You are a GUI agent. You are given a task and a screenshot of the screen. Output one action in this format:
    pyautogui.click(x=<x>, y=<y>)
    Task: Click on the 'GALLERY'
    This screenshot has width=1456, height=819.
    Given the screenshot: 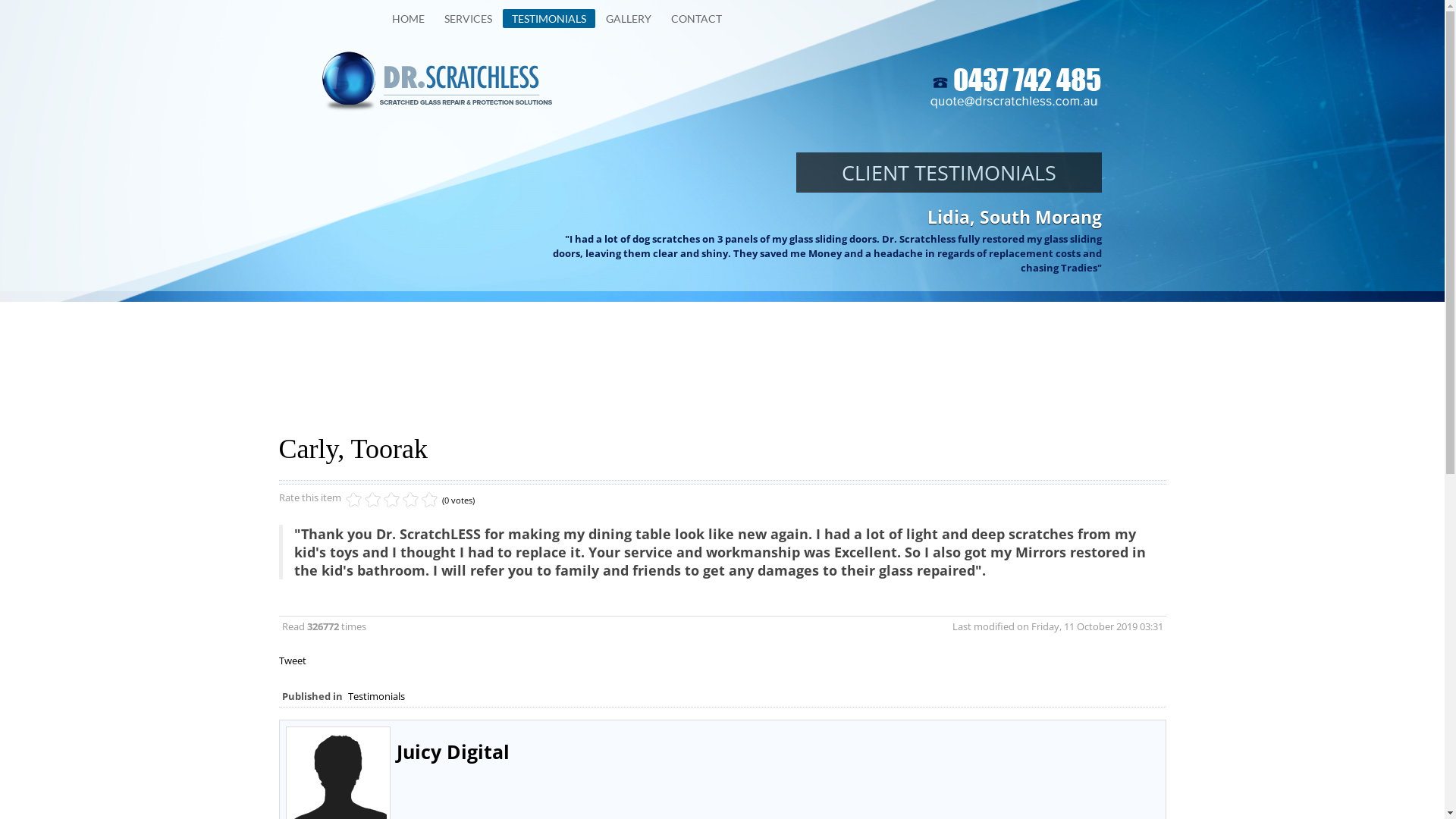 What is the action you would take?
    pyautogui.click(x=628, y=18)
    